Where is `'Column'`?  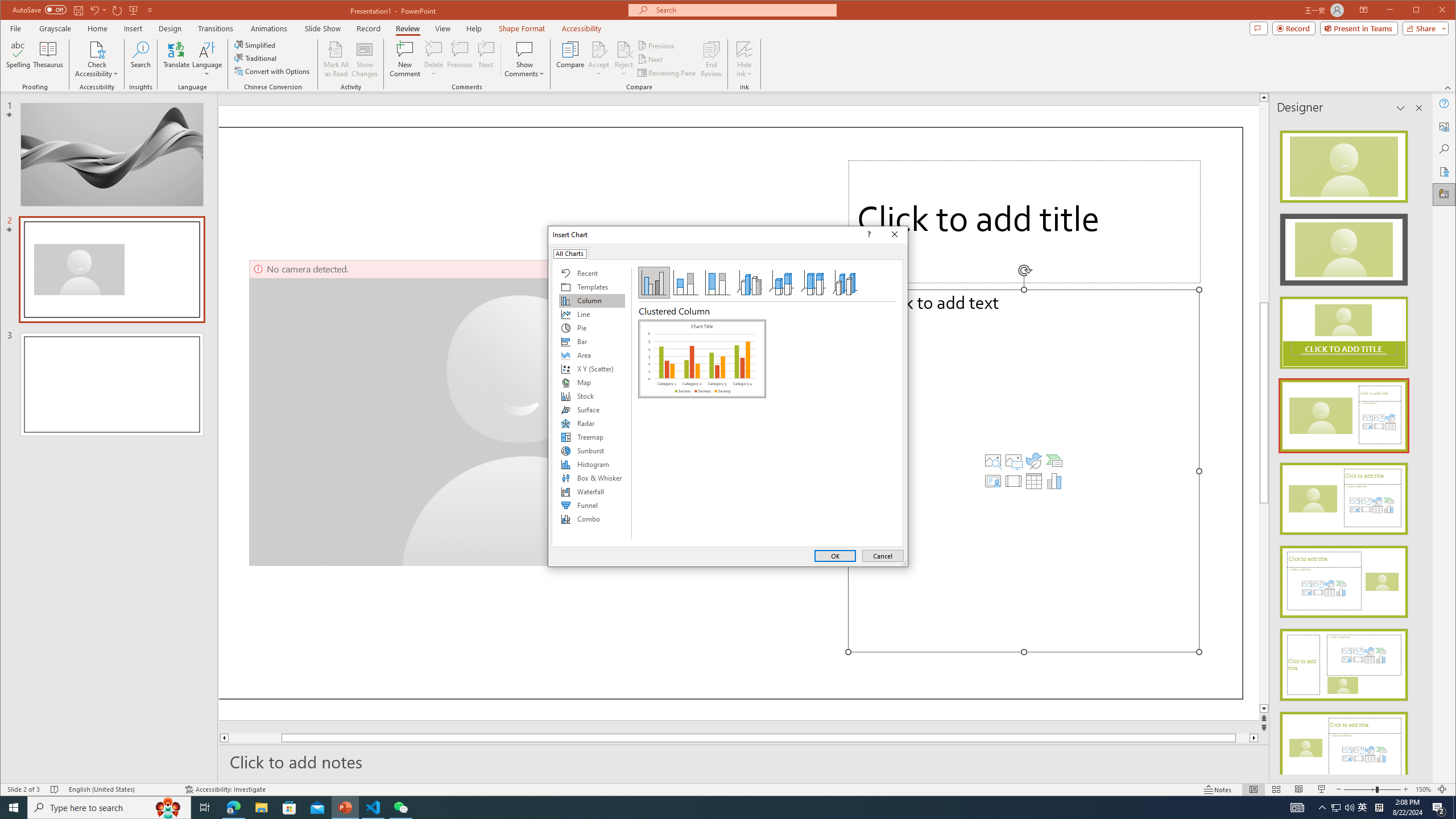 'Column' is located at coordinates (591, 300).